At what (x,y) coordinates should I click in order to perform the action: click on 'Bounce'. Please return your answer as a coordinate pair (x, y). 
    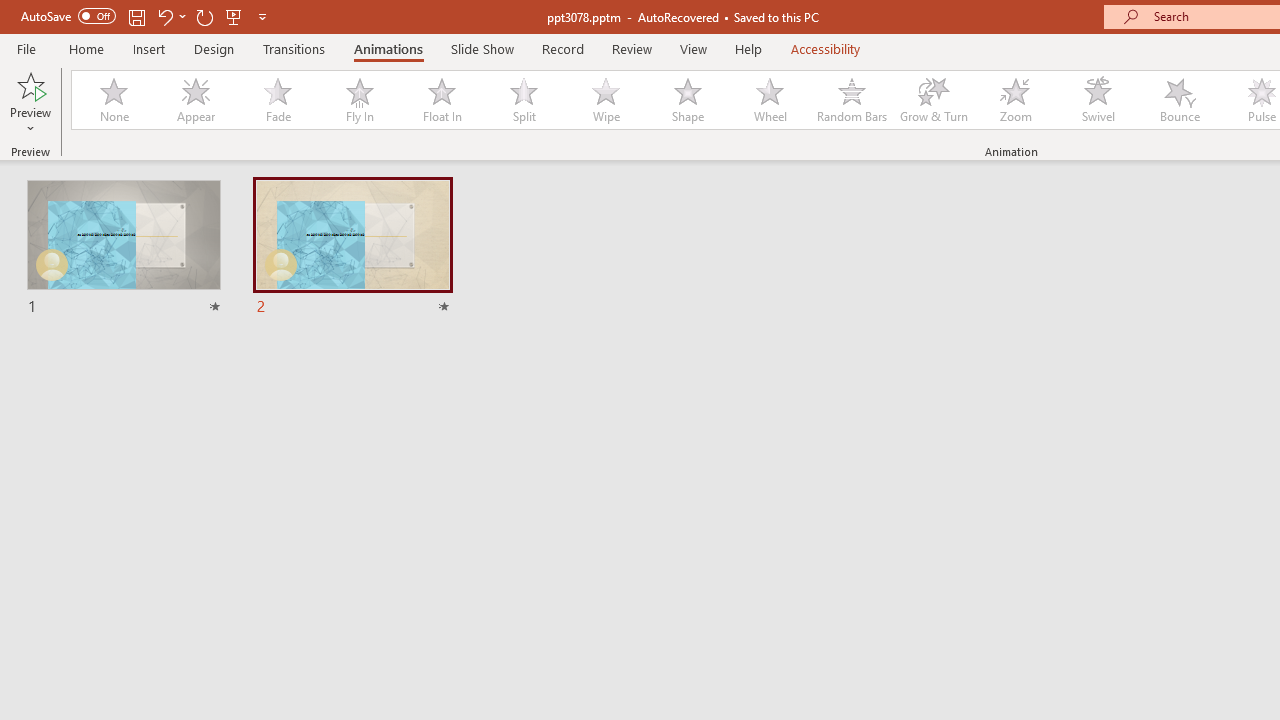
    Looking at the image, I should click on (1180, 100).